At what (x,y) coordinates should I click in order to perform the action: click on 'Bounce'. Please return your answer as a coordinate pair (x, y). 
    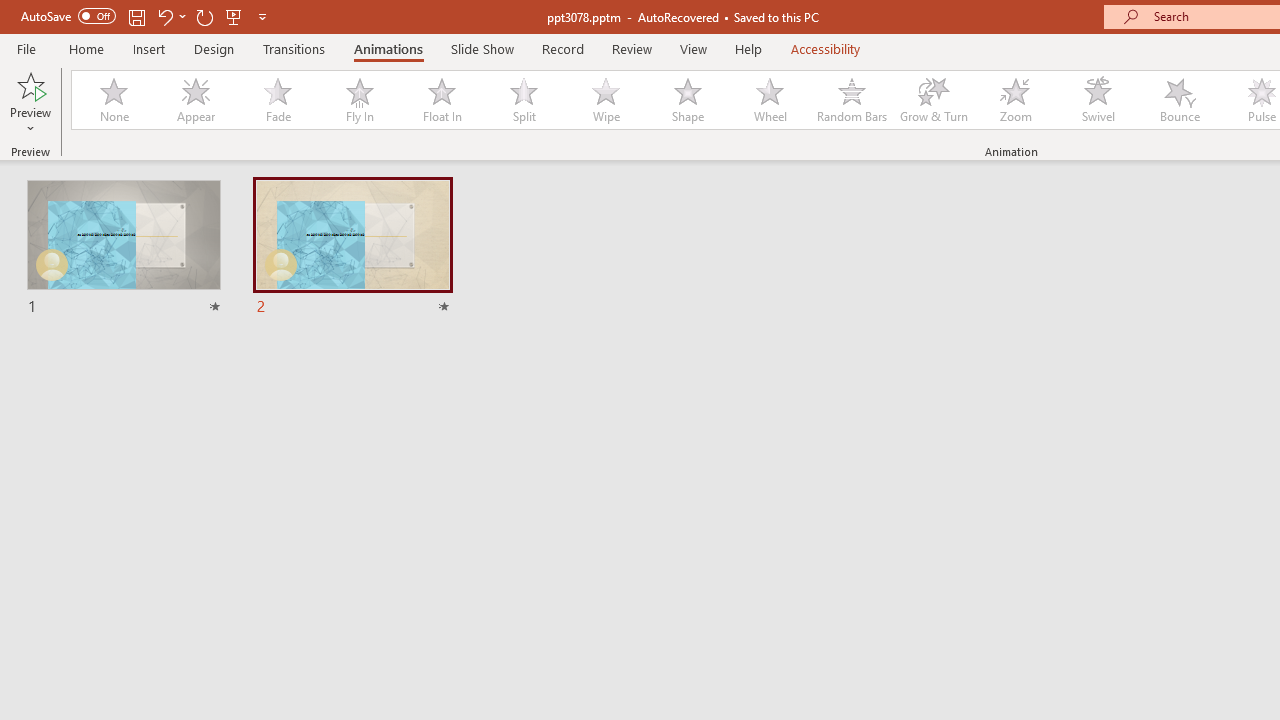
    Looking at the image, I should click on (1180, 100).